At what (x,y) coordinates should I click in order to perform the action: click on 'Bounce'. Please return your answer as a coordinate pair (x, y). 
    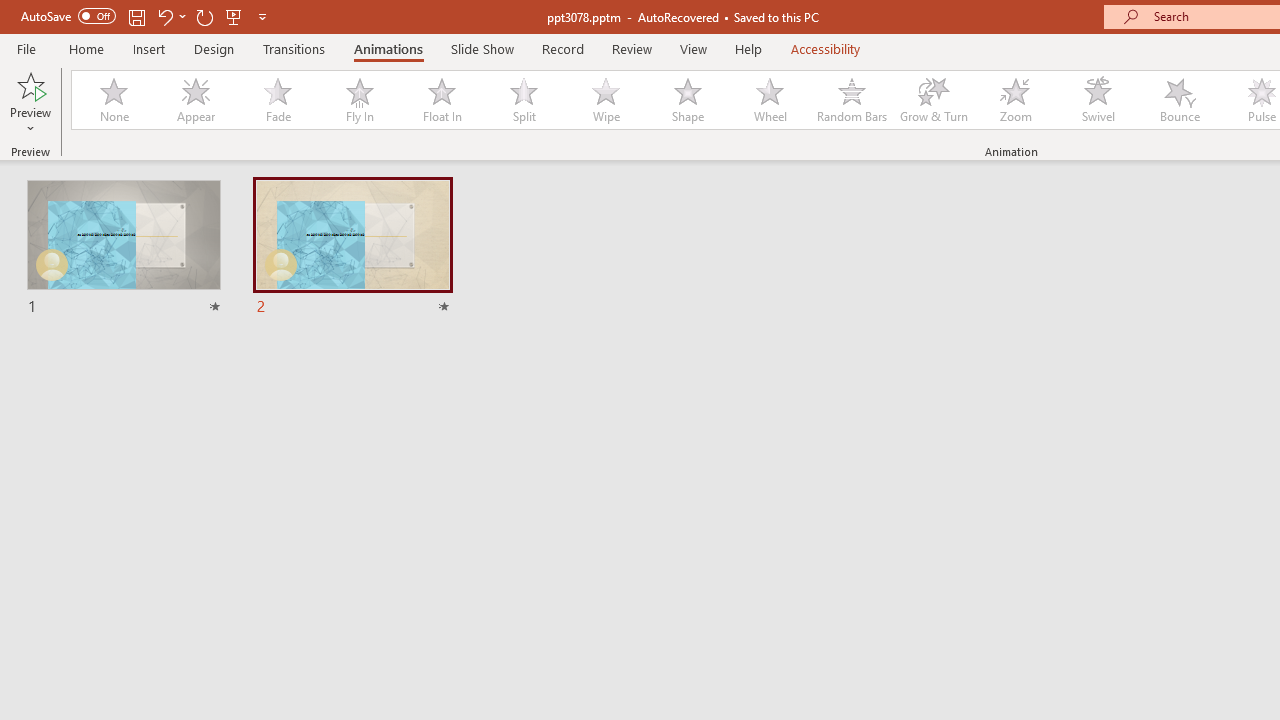
    Looking at the image, I should click on (1180, 100).